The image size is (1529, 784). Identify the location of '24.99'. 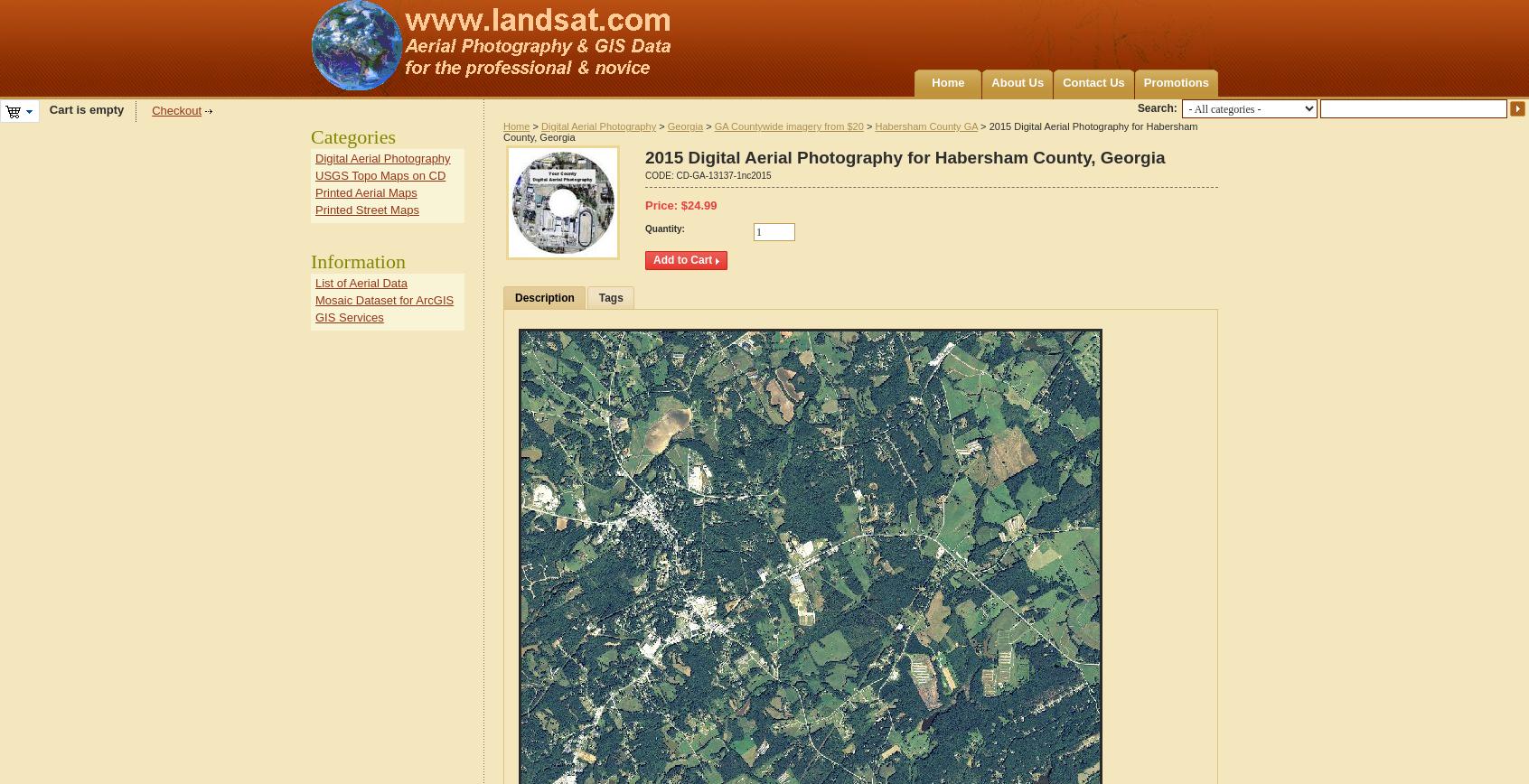
(701, 205).